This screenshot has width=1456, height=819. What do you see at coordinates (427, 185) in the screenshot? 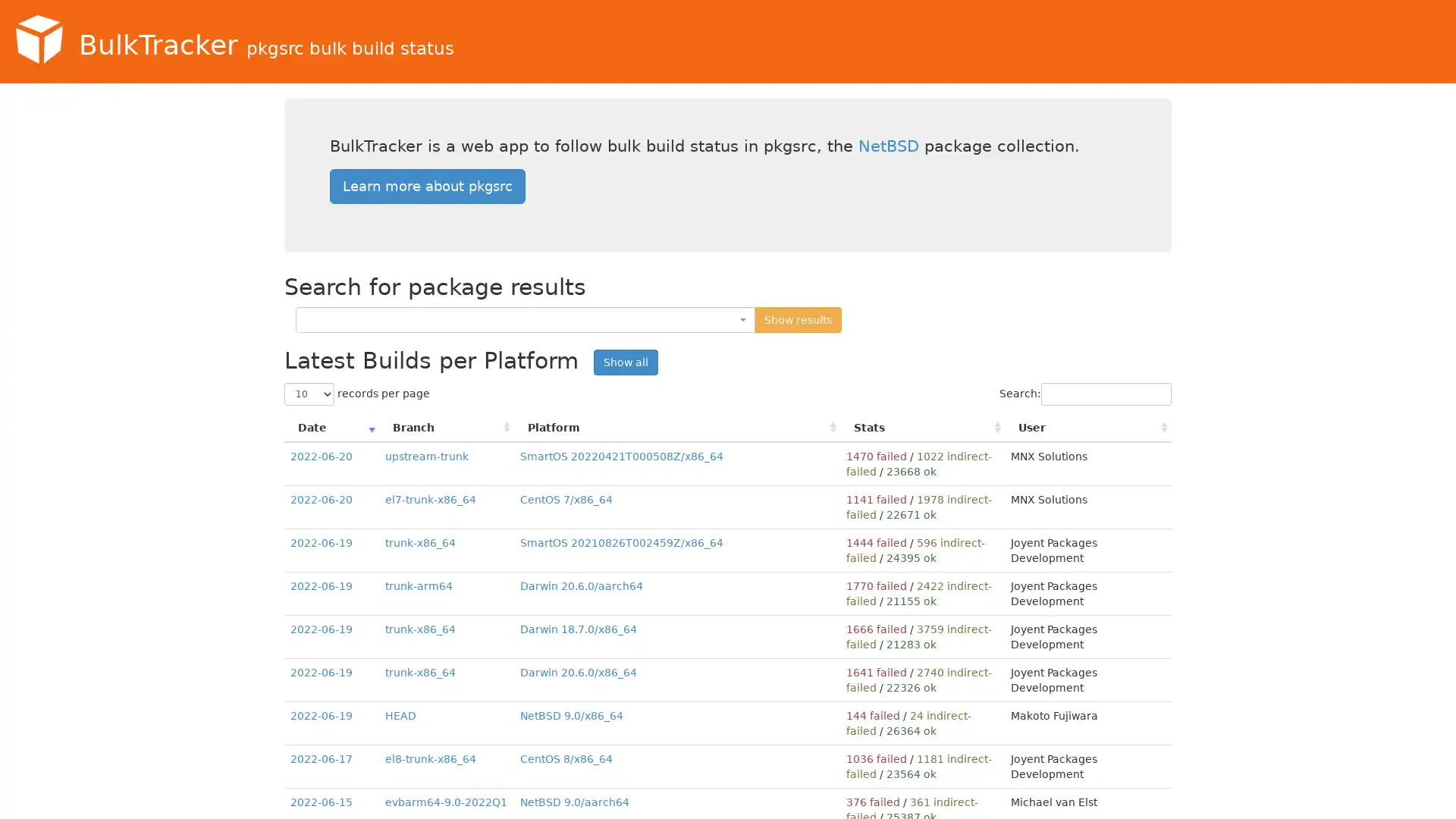
I see `Learn more about pkgsrc` at bounding box center [427, 185].